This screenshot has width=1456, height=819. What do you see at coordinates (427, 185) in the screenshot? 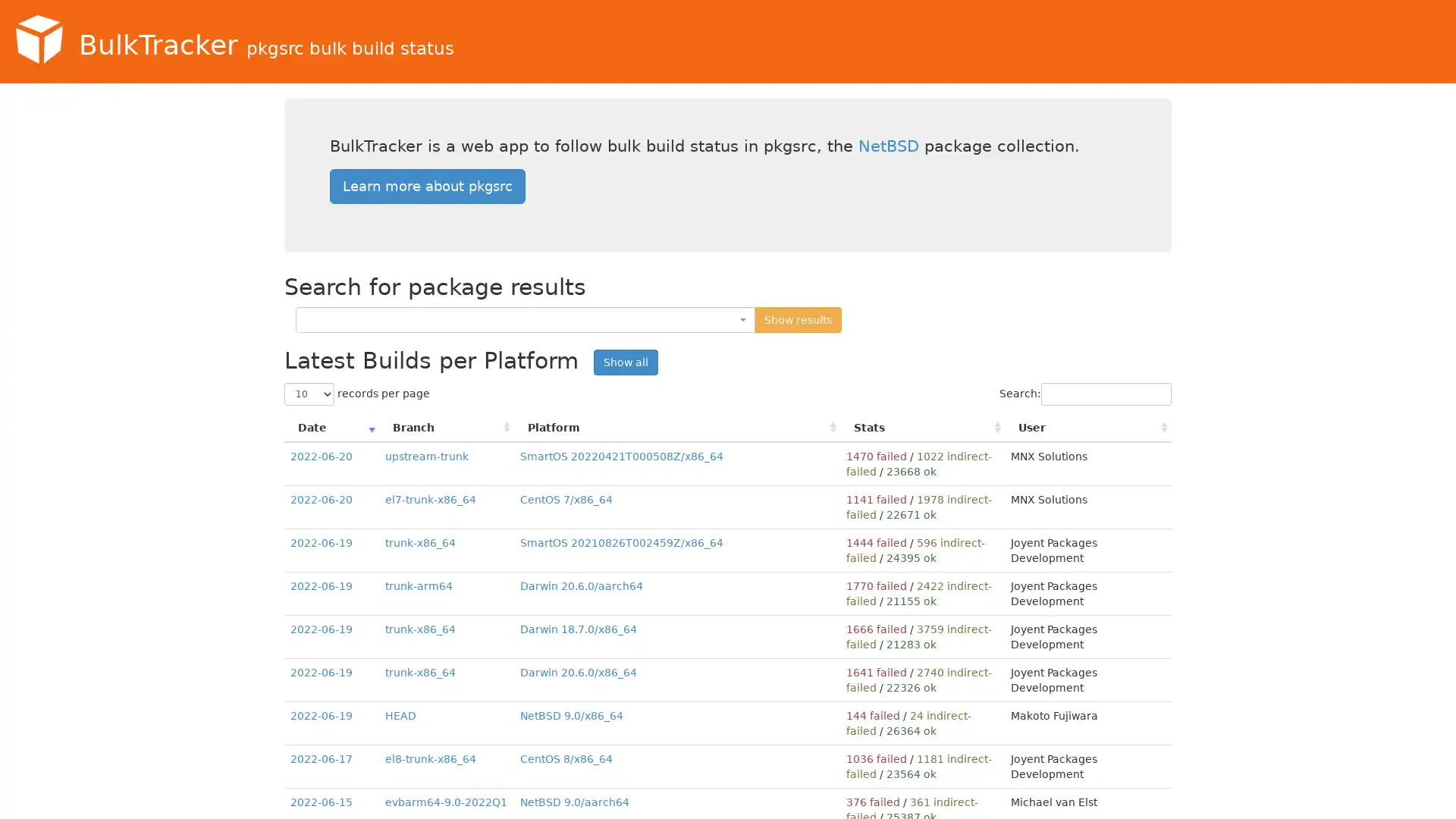
I see `Learn more about pkgsrc` at bounding box center [427, 185].